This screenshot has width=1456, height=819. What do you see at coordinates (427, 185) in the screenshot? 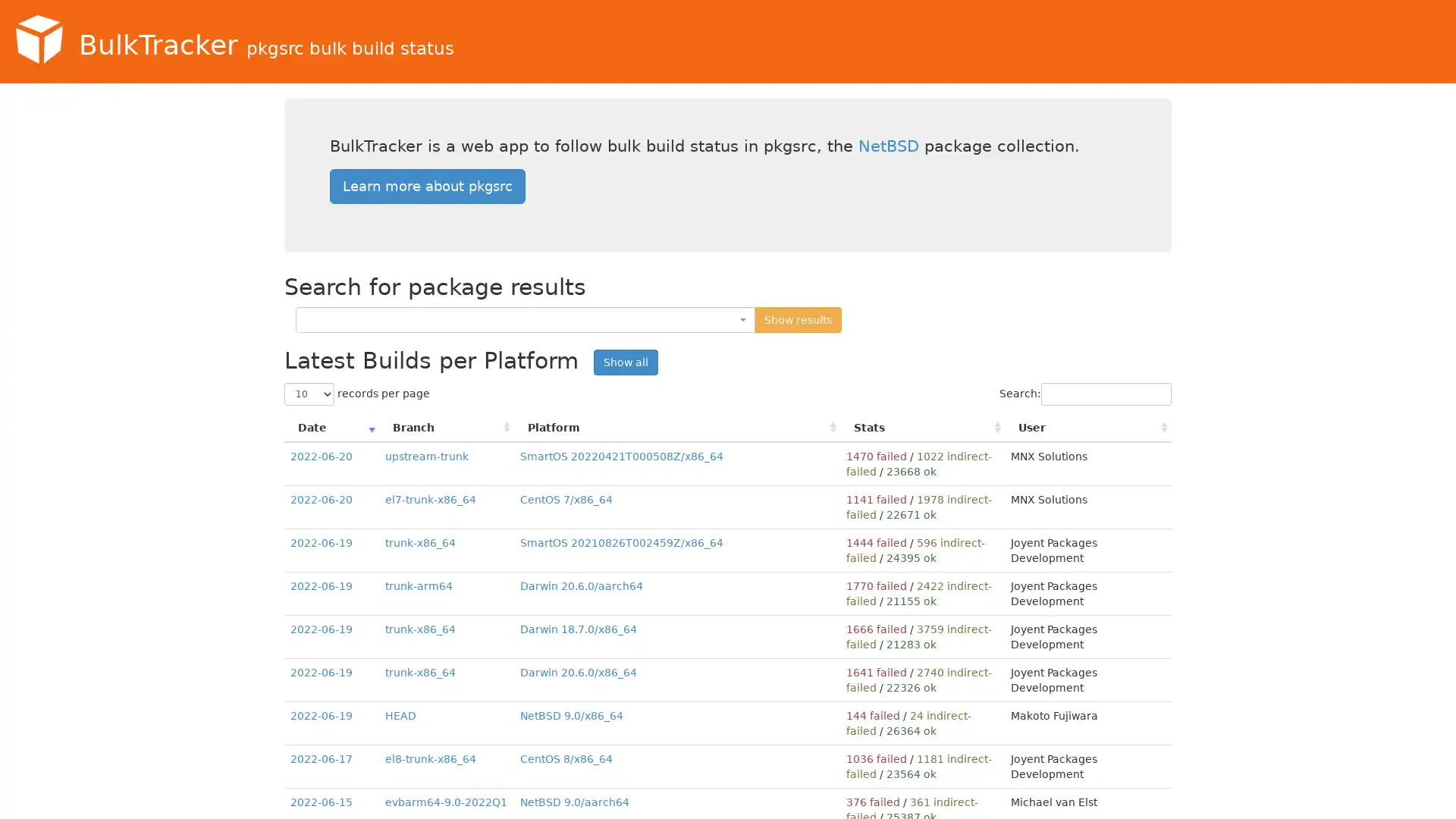
I see `Learn more about pkgsrc` at bounding box center [427, 185].